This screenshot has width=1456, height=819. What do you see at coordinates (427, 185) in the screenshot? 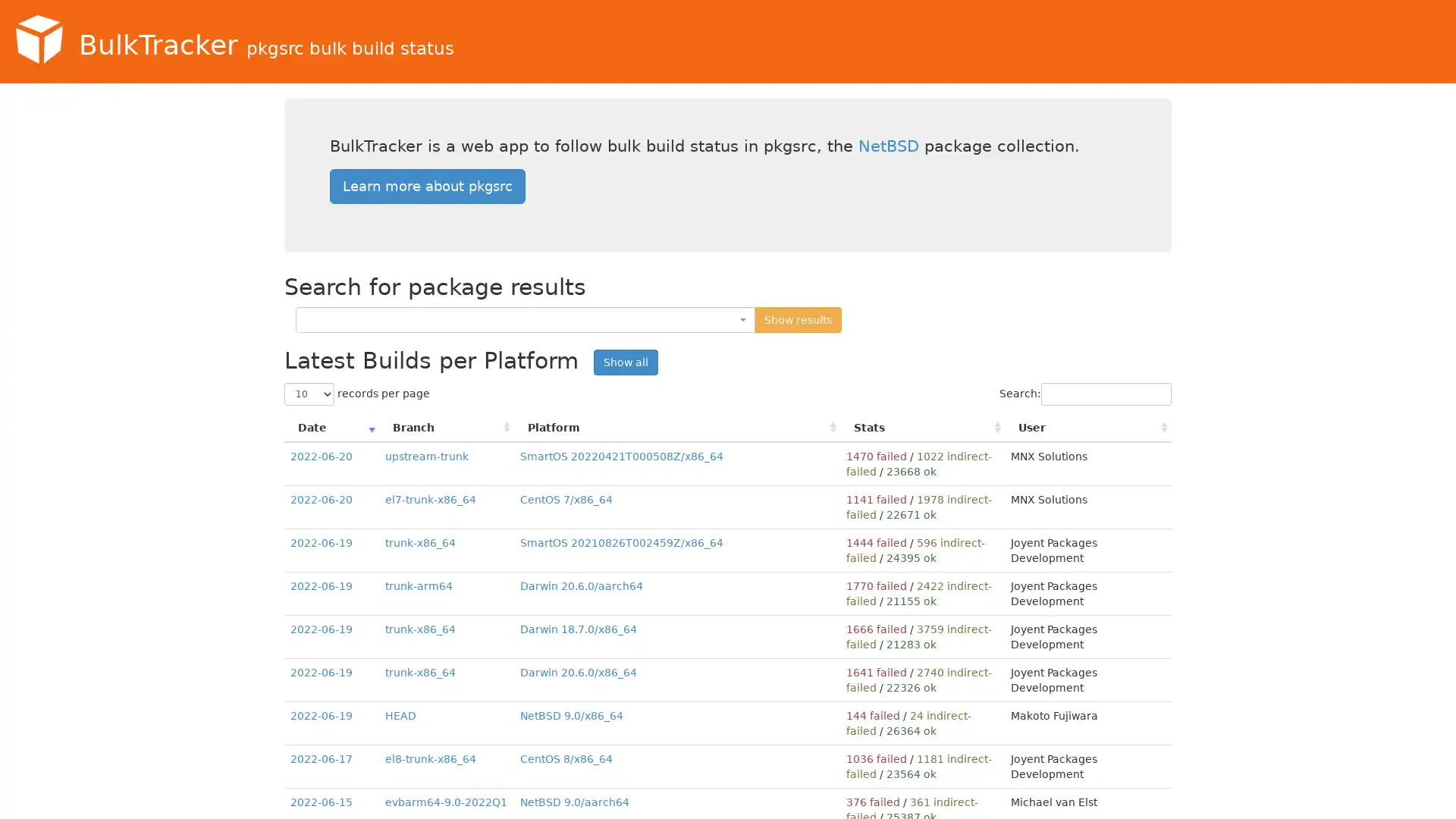
I see `Learn more about pkgsrc` at bounding box center [427, 185].